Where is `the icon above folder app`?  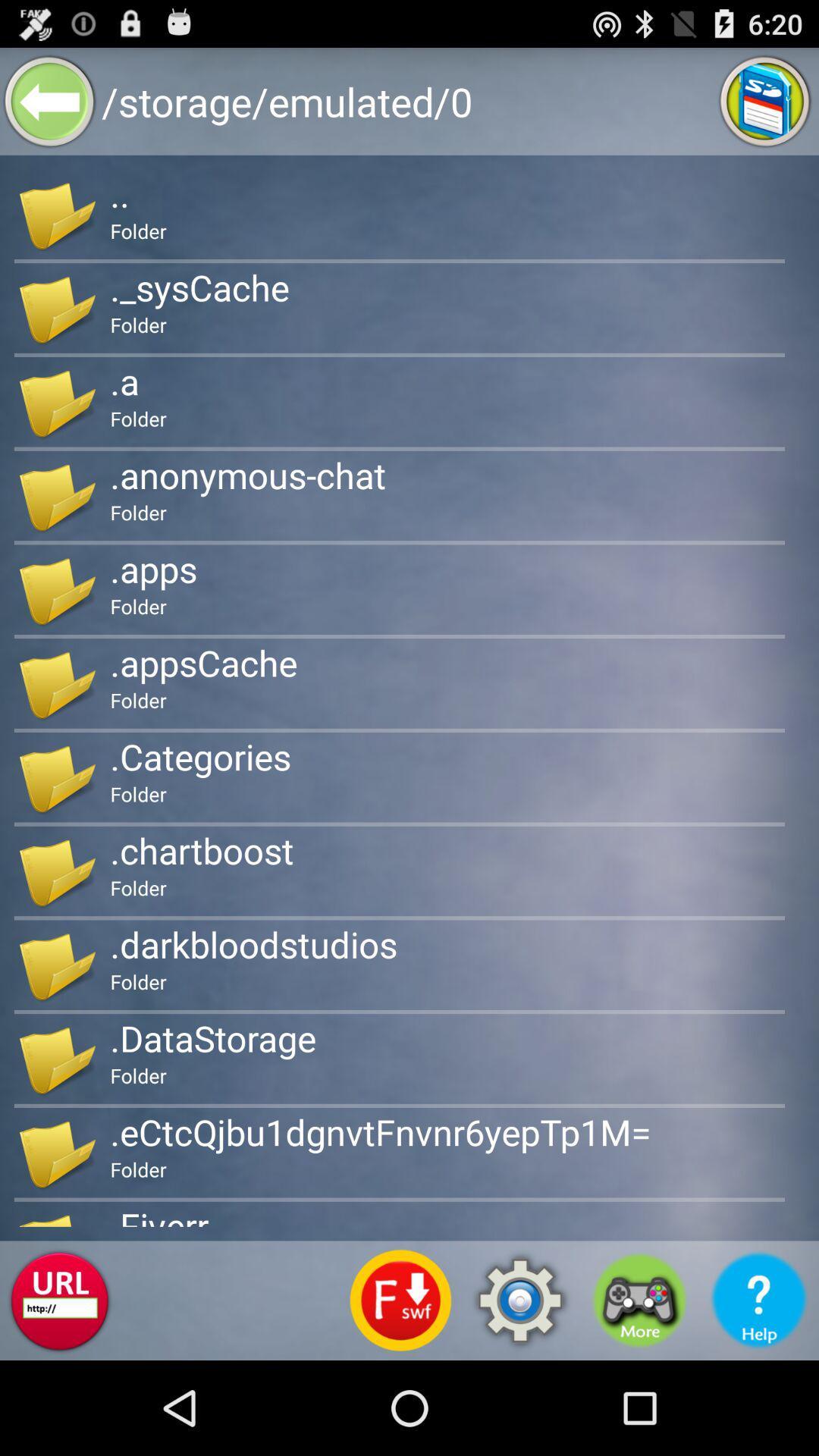 the icon above folder app is located at coordinates (119, 193).